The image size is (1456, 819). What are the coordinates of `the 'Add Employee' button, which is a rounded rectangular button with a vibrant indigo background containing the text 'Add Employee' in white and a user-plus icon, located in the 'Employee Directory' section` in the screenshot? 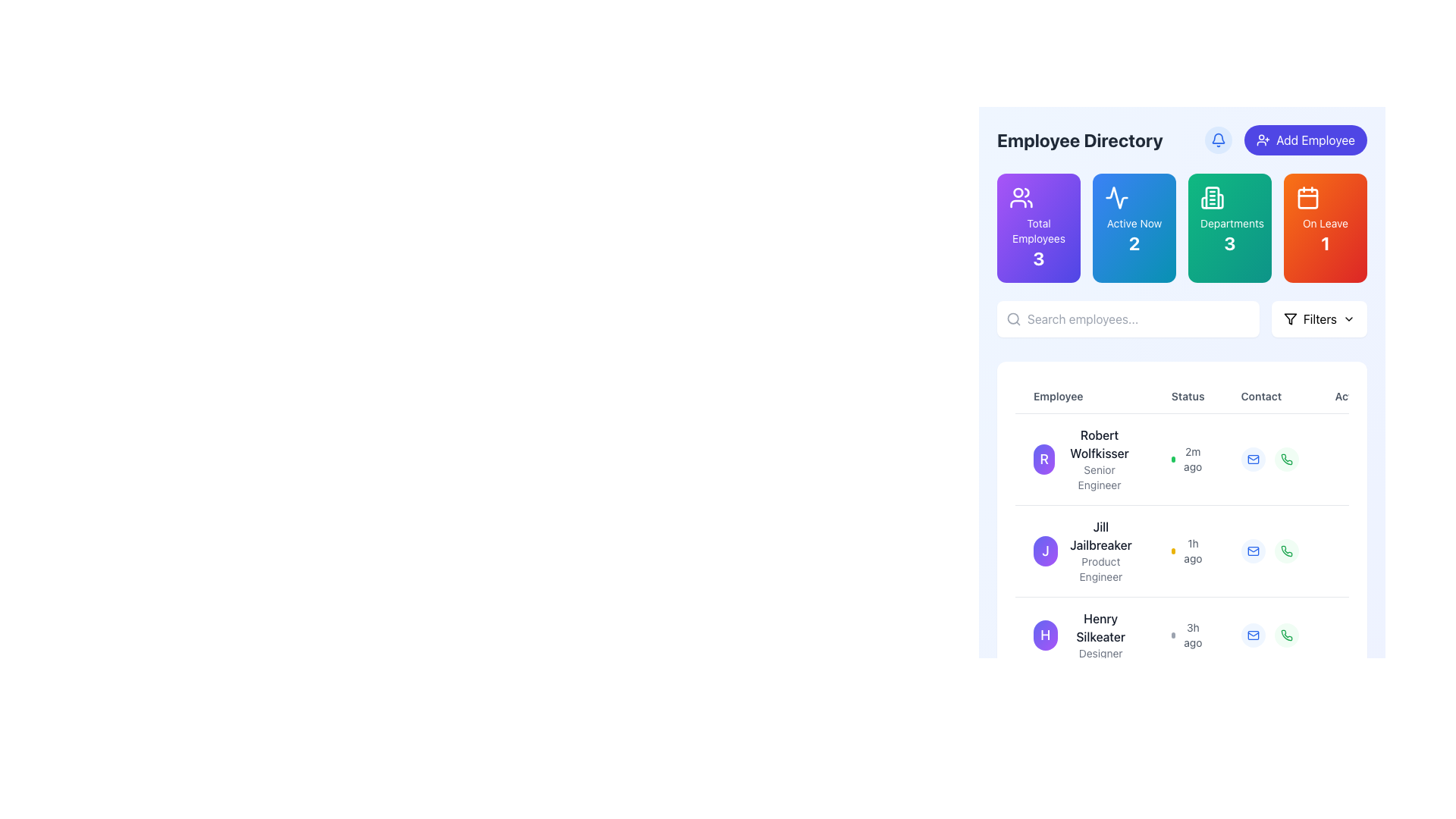 It's located at (1285, 140).